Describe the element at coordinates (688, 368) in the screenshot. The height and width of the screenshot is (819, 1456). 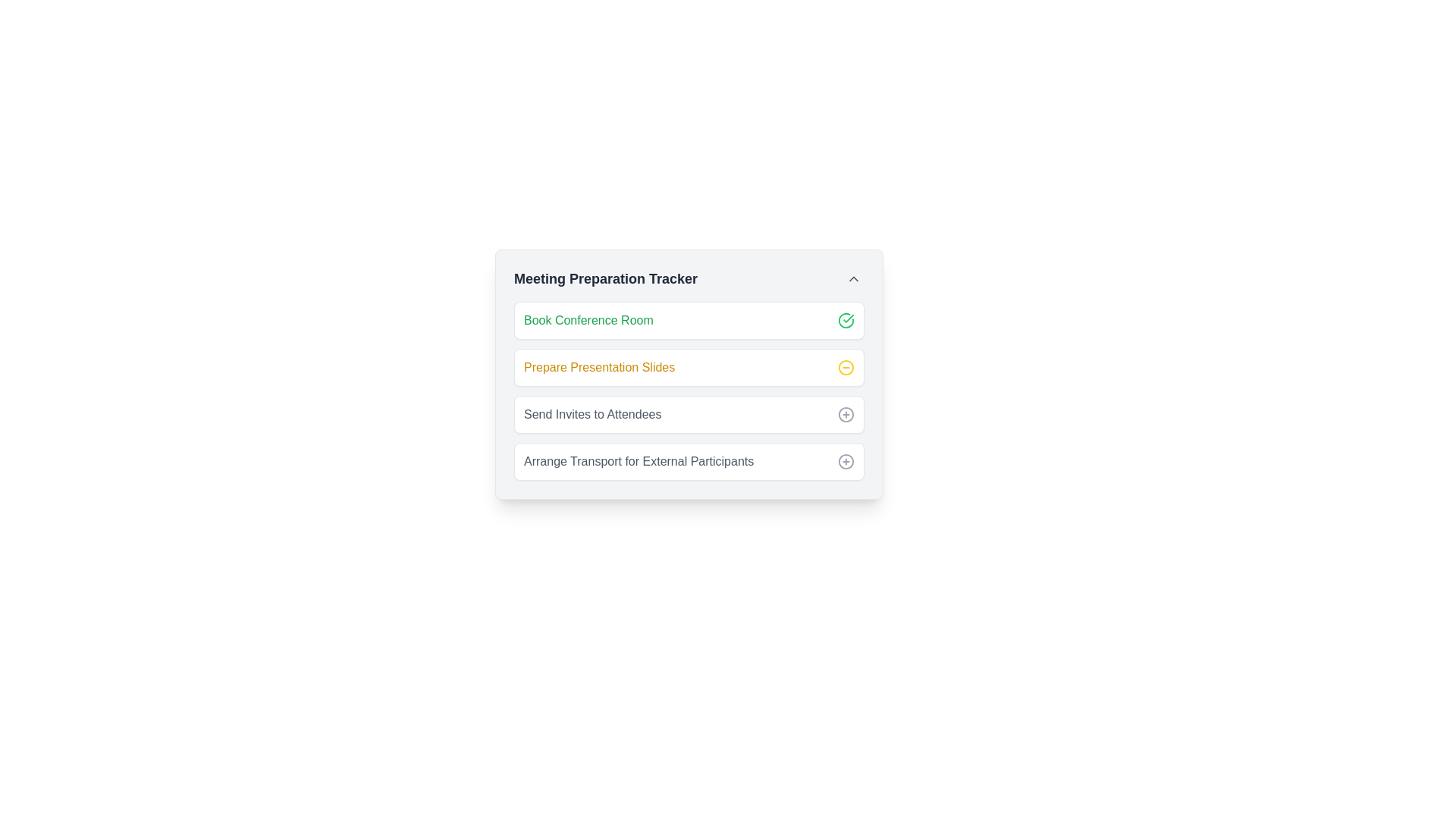
I see `the task entry labeled 'Prepare Presentation Slides' to mark it as completed` at that location.